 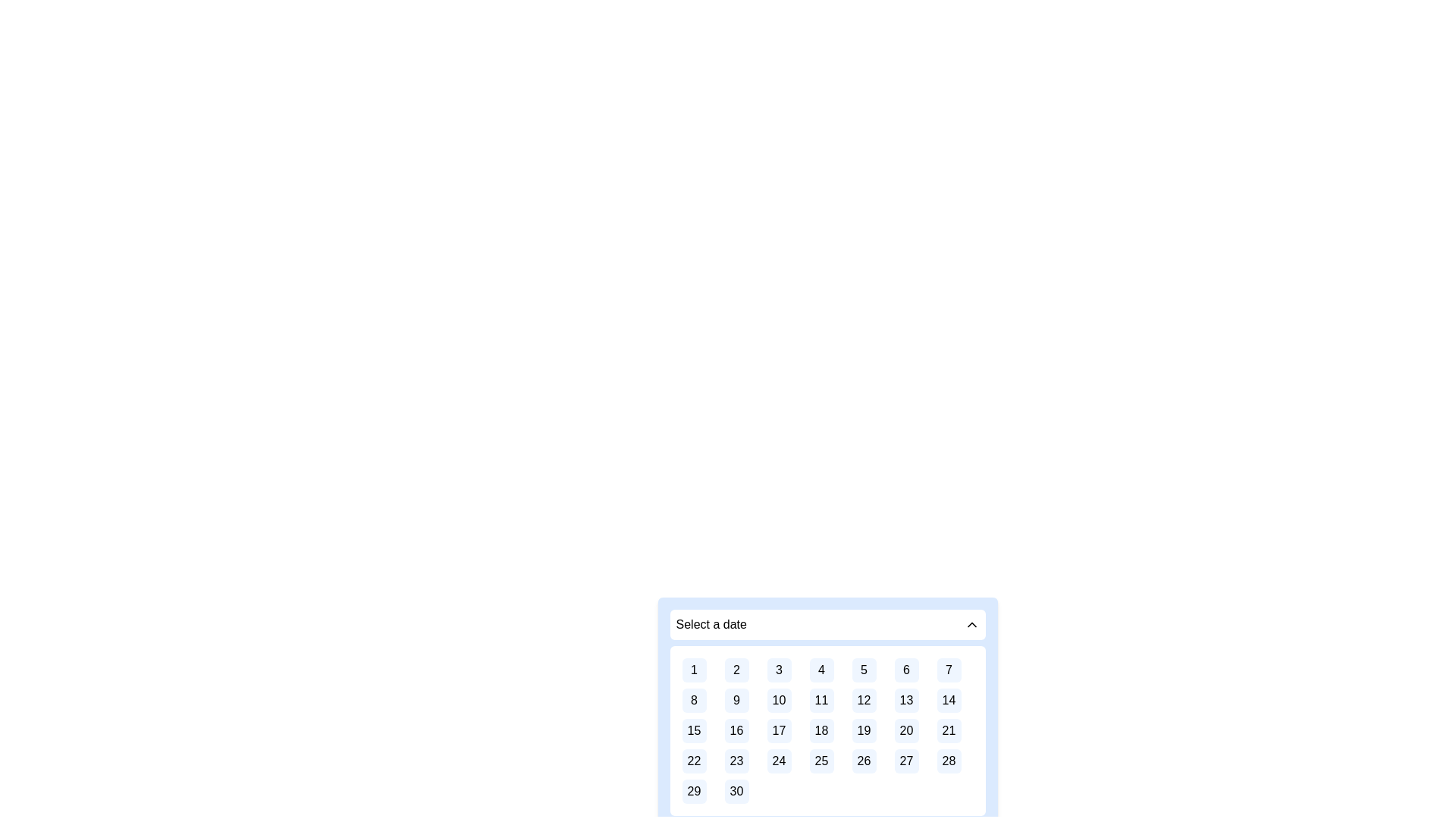 I want to click on the button displaying '19' in the date selection grid, so click(x=864, y=730).